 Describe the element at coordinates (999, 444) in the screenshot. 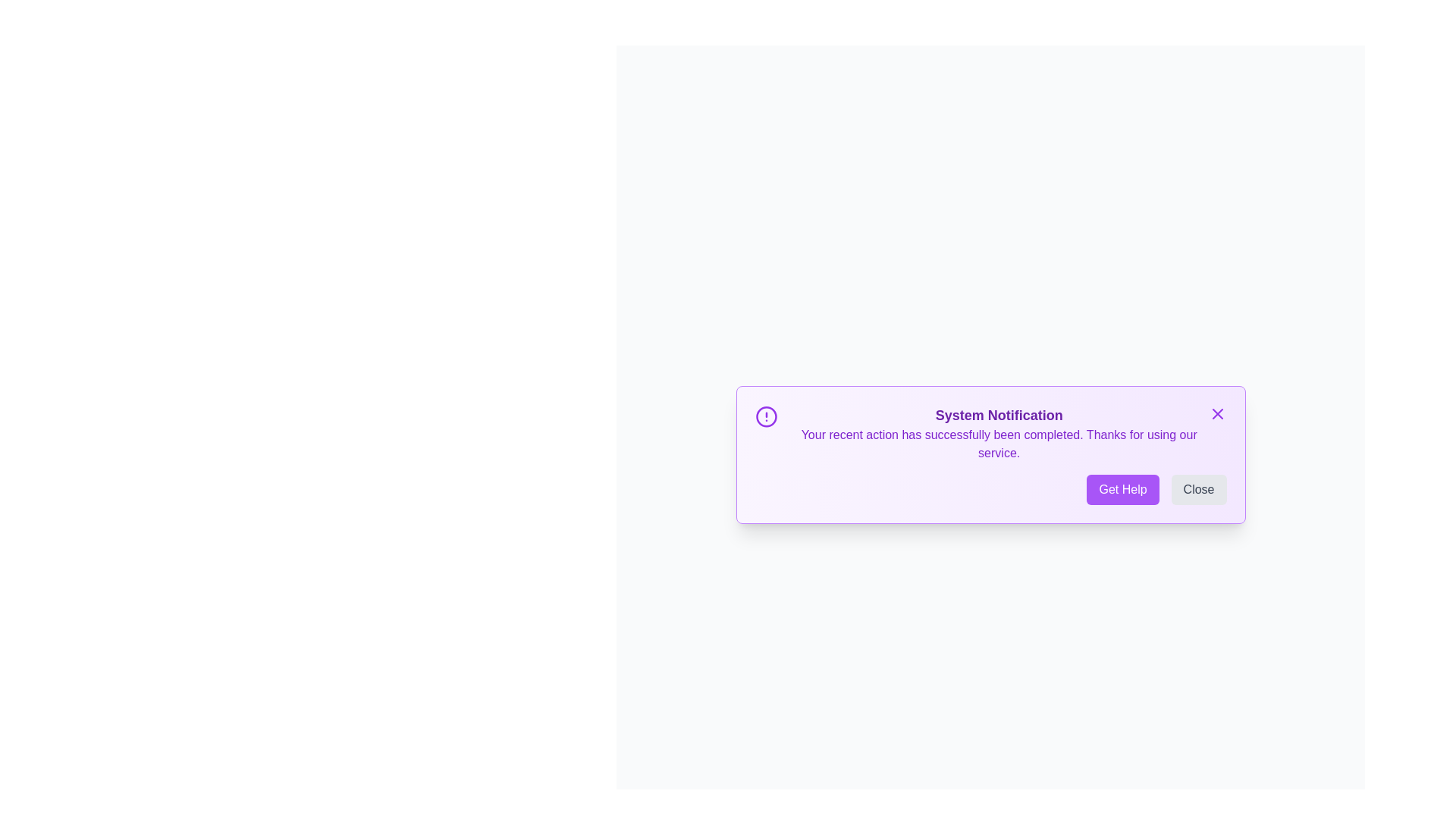

I see `text message that says 'Your recent action has successfully been completed. Thanks for using our service.' located beneath the 'System Notification' header in the purple notification card` at that location.